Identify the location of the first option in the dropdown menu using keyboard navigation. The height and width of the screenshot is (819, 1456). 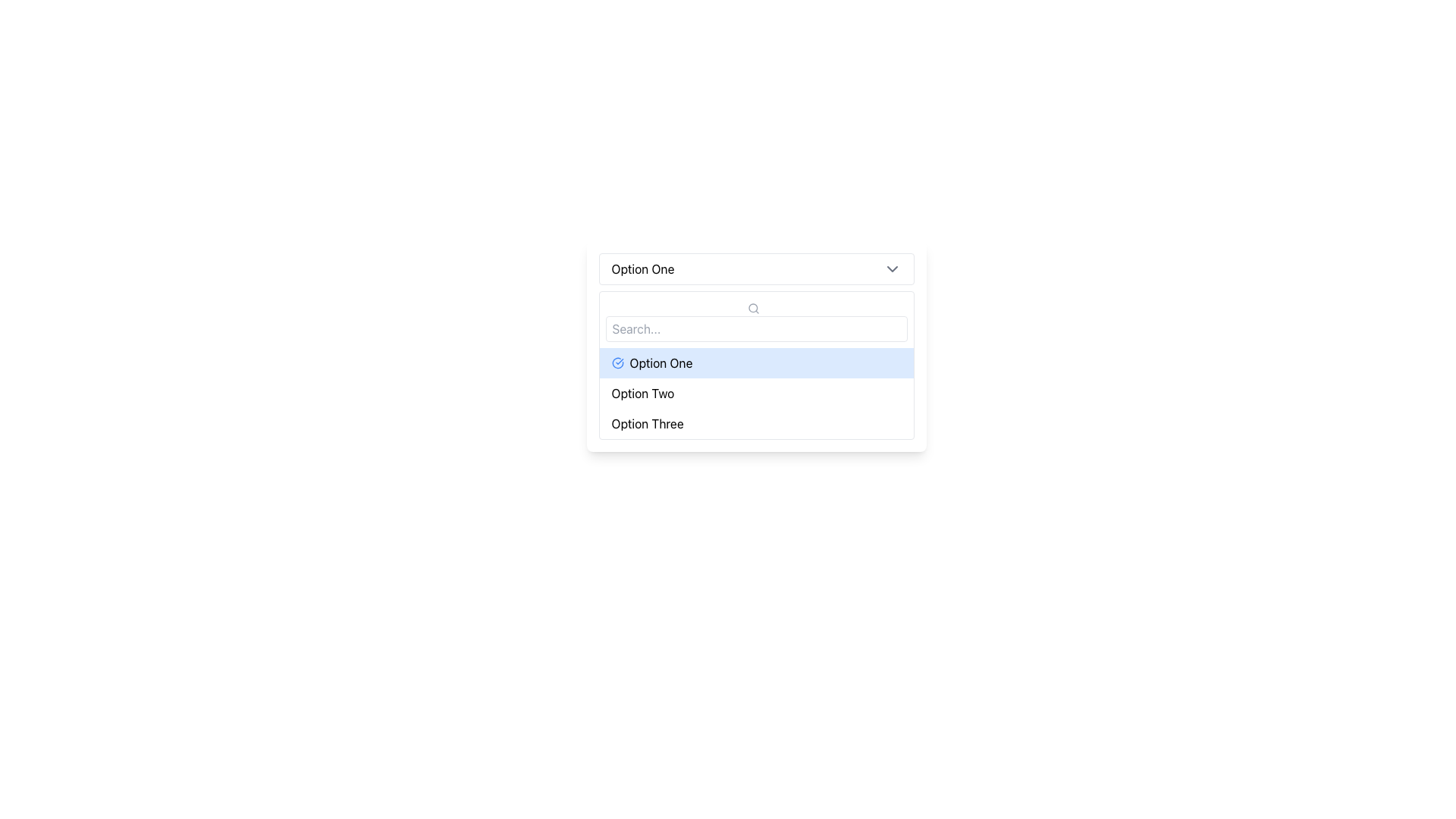
(756, 362).